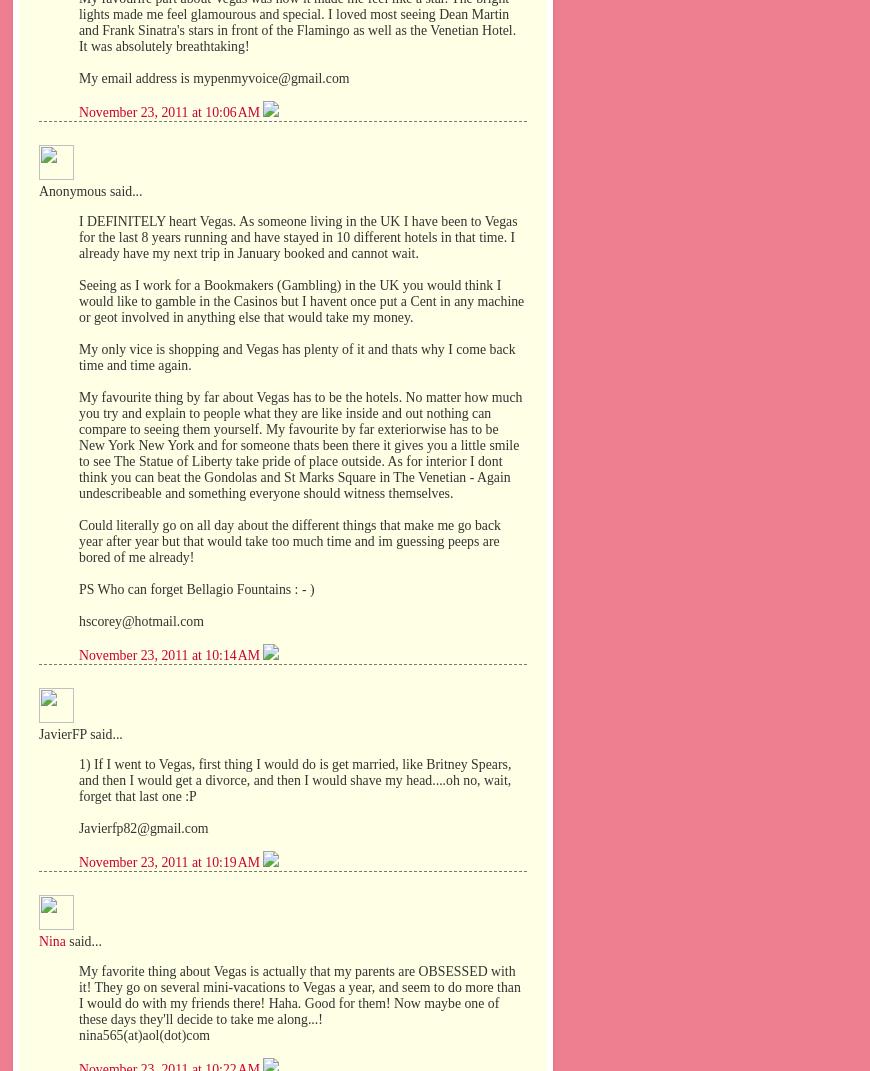 Image resolution: width=870 pixels, height=1071 pixels. What do you see at coordinates (297, 355) in the screenshot?
I see `'My only vice is shopping and Vegas has plenty of it and thats why I come back time and time again.'` at bounding box center [297, 355].